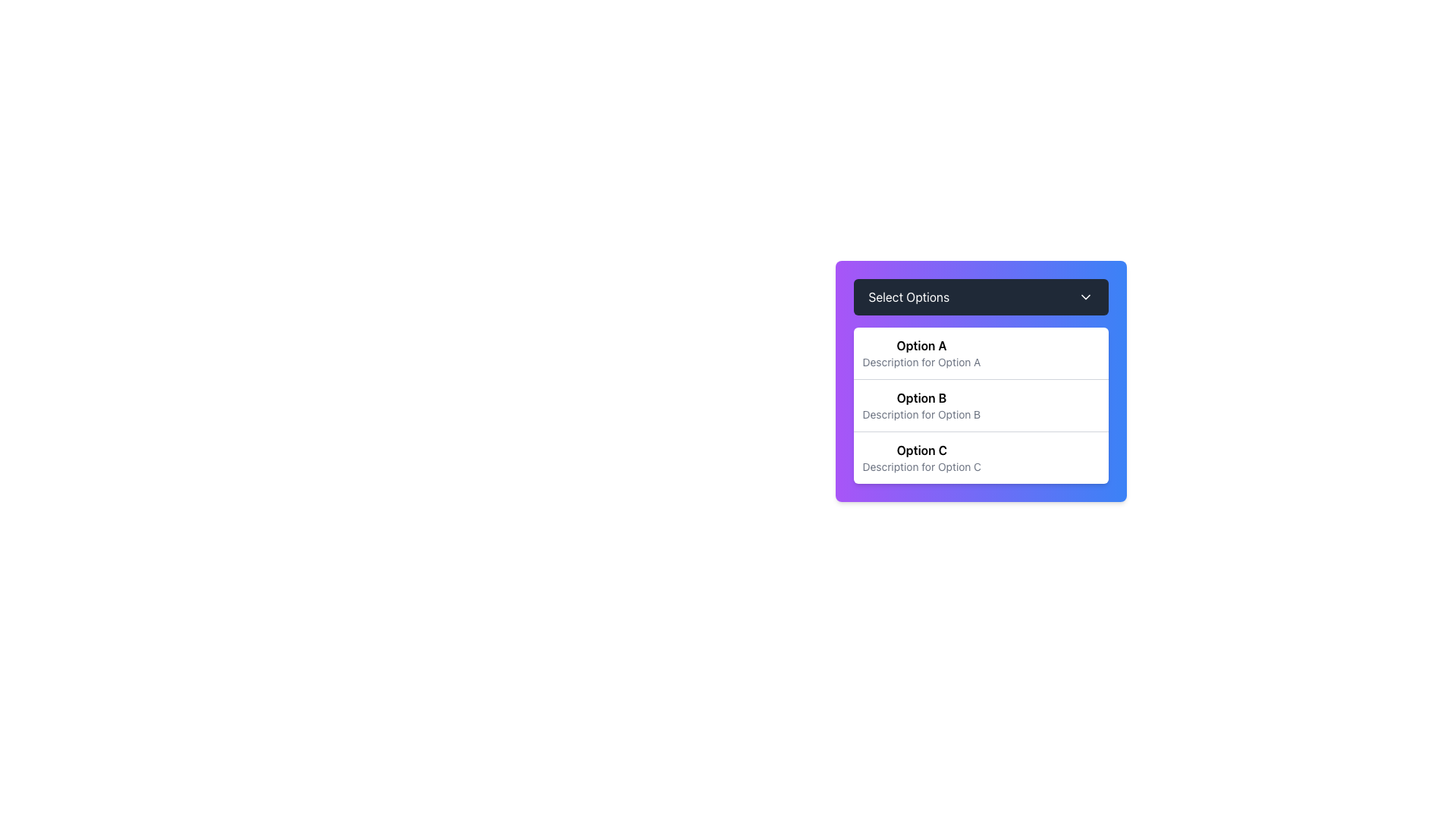 This screenshot has width=1456, height=819. I want to click on the interactive list item labeled 'Option C', so click(921, 457).